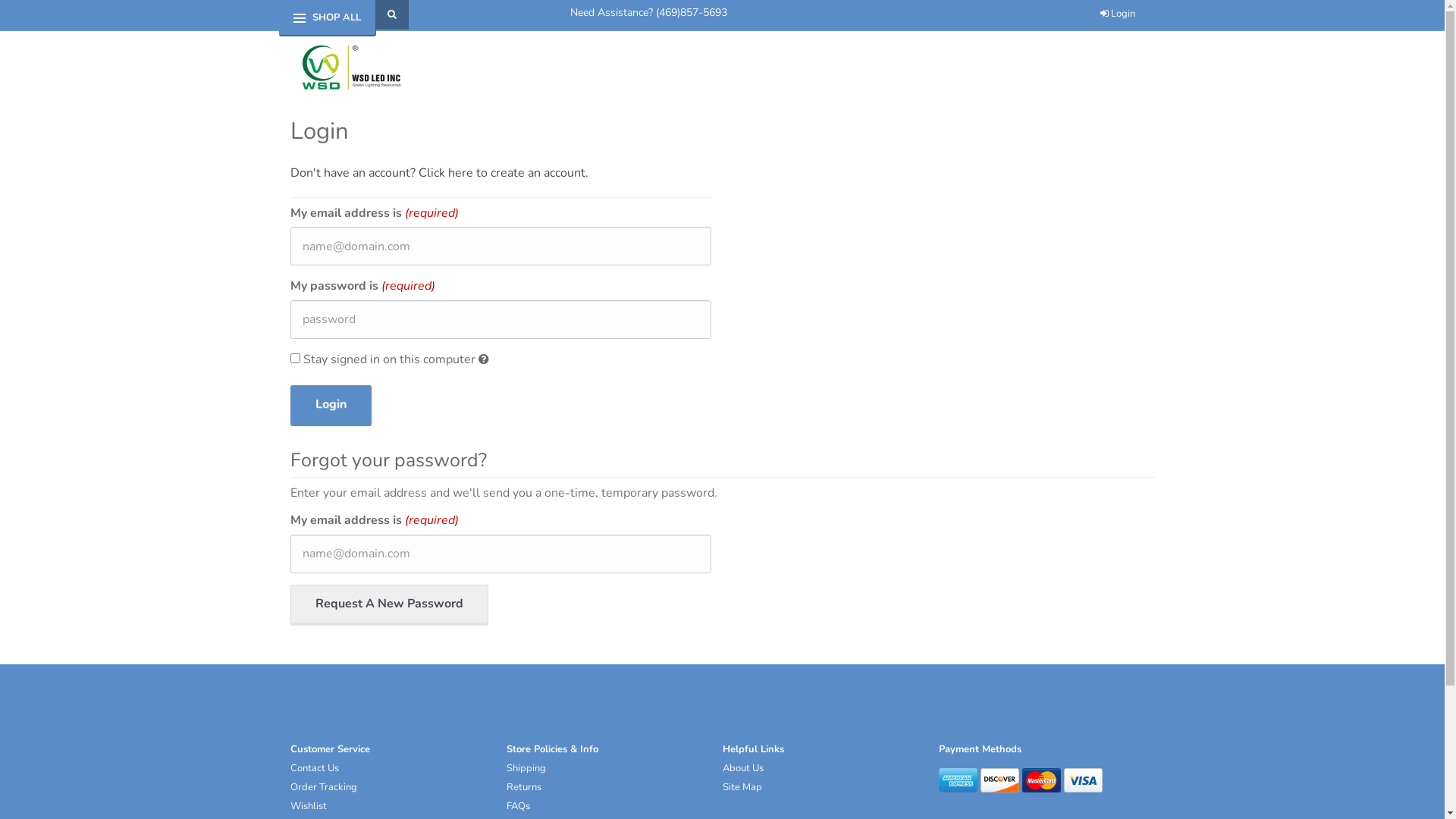  I want to click on 'SHOP ALL', so click(336, 17).